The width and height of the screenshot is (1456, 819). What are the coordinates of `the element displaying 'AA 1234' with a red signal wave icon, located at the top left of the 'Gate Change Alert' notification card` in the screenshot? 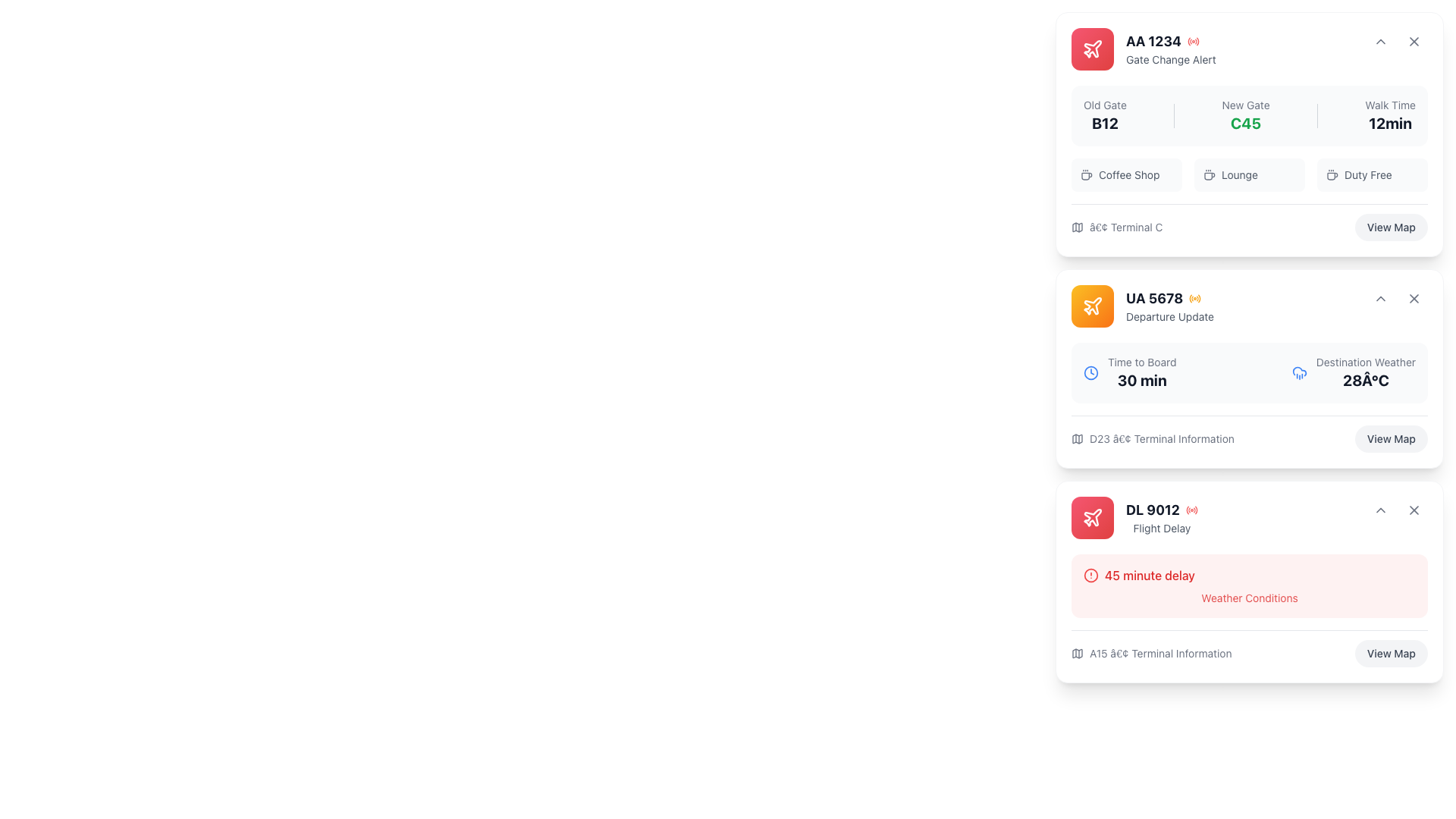 It's located at (1170, 40).